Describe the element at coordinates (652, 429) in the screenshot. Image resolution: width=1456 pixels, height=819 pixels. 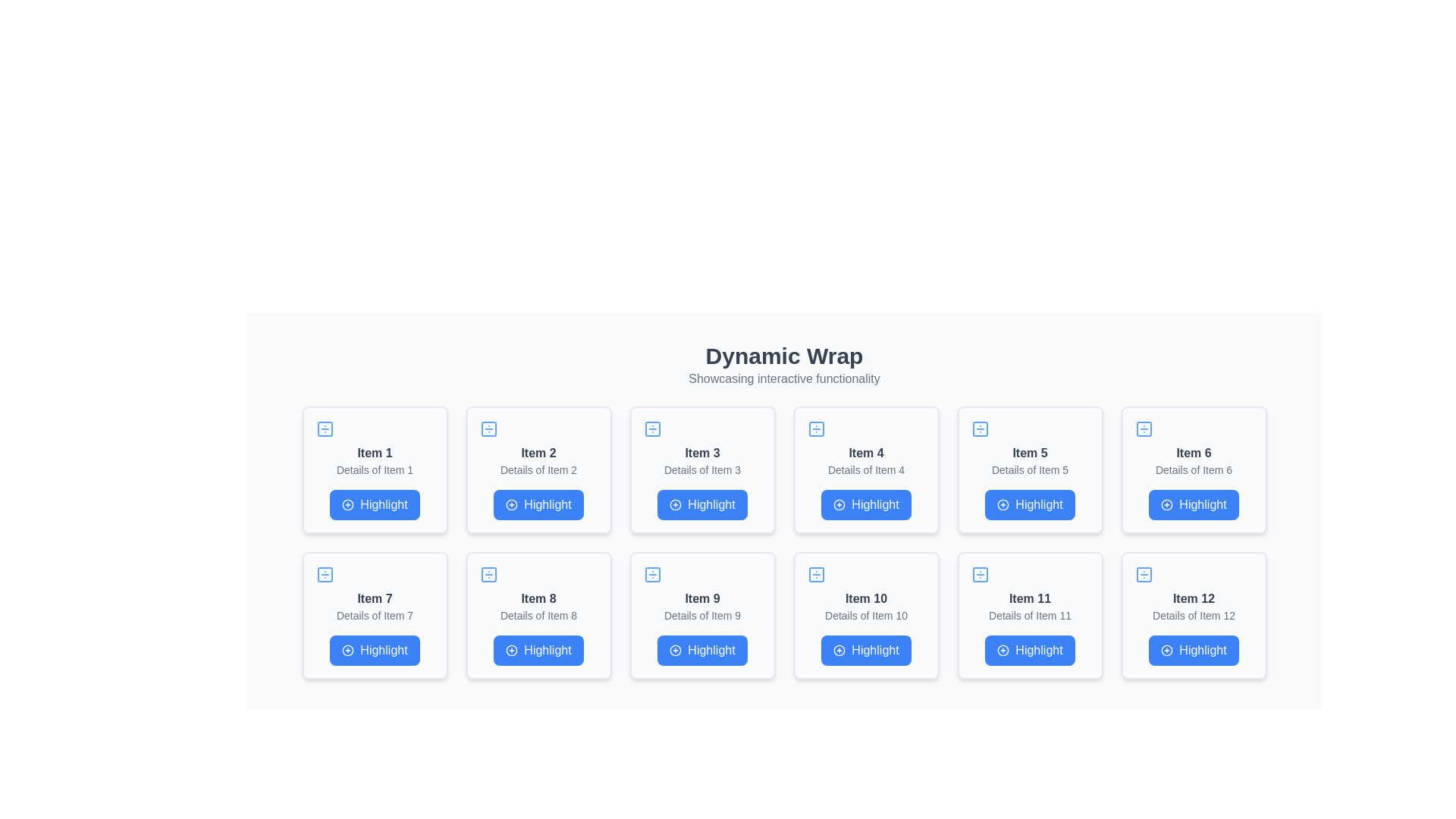
I see `the small, square-shaped icon with rounded corners located in the top-left corner of the 'Item 3' card in the grid layout` at that location.